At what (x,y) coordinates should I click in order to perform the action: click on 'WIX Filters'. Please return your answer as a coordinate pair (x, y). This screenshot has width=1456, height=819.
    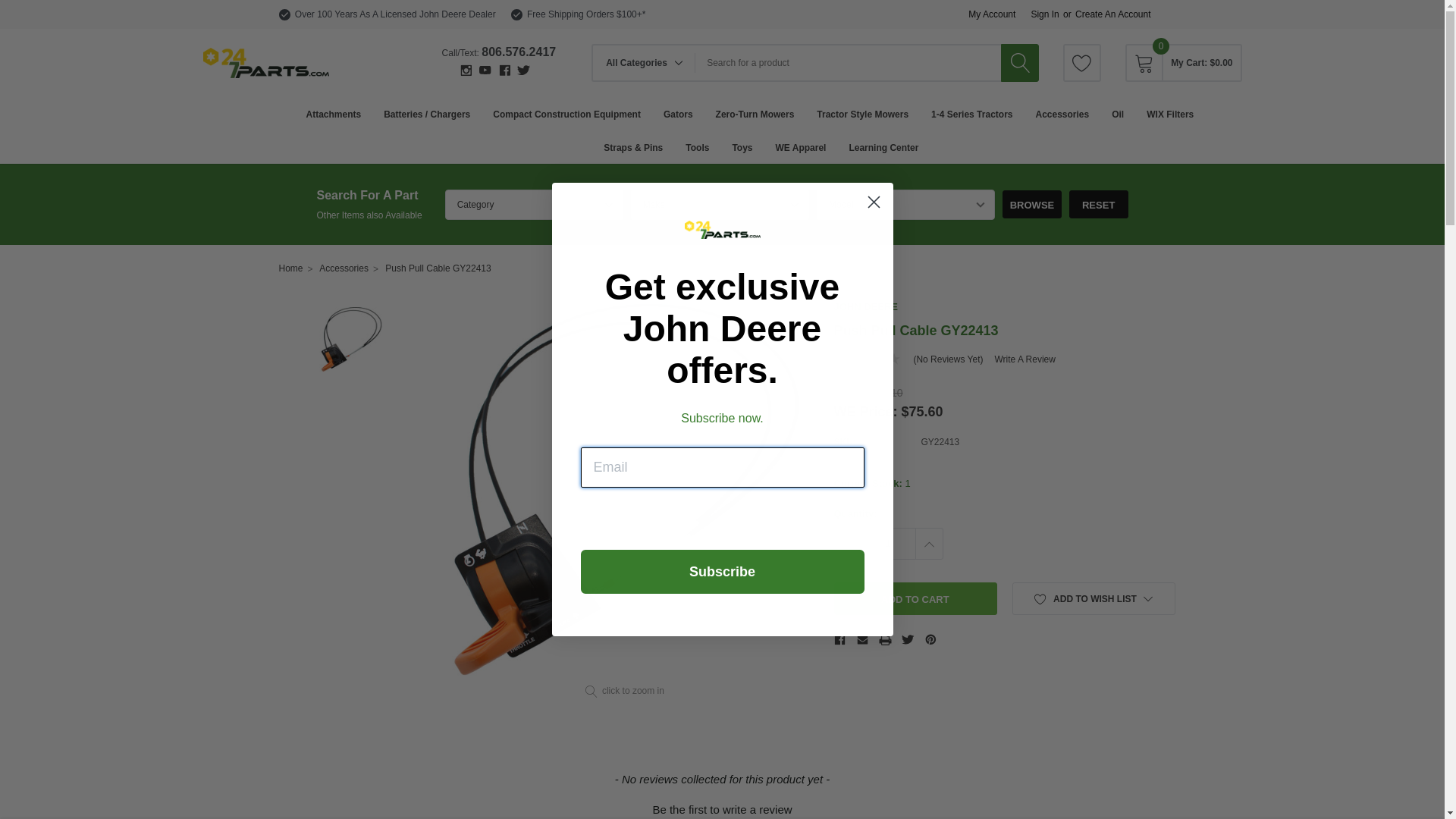
    Looking at the image, I should click on (1169, 113).